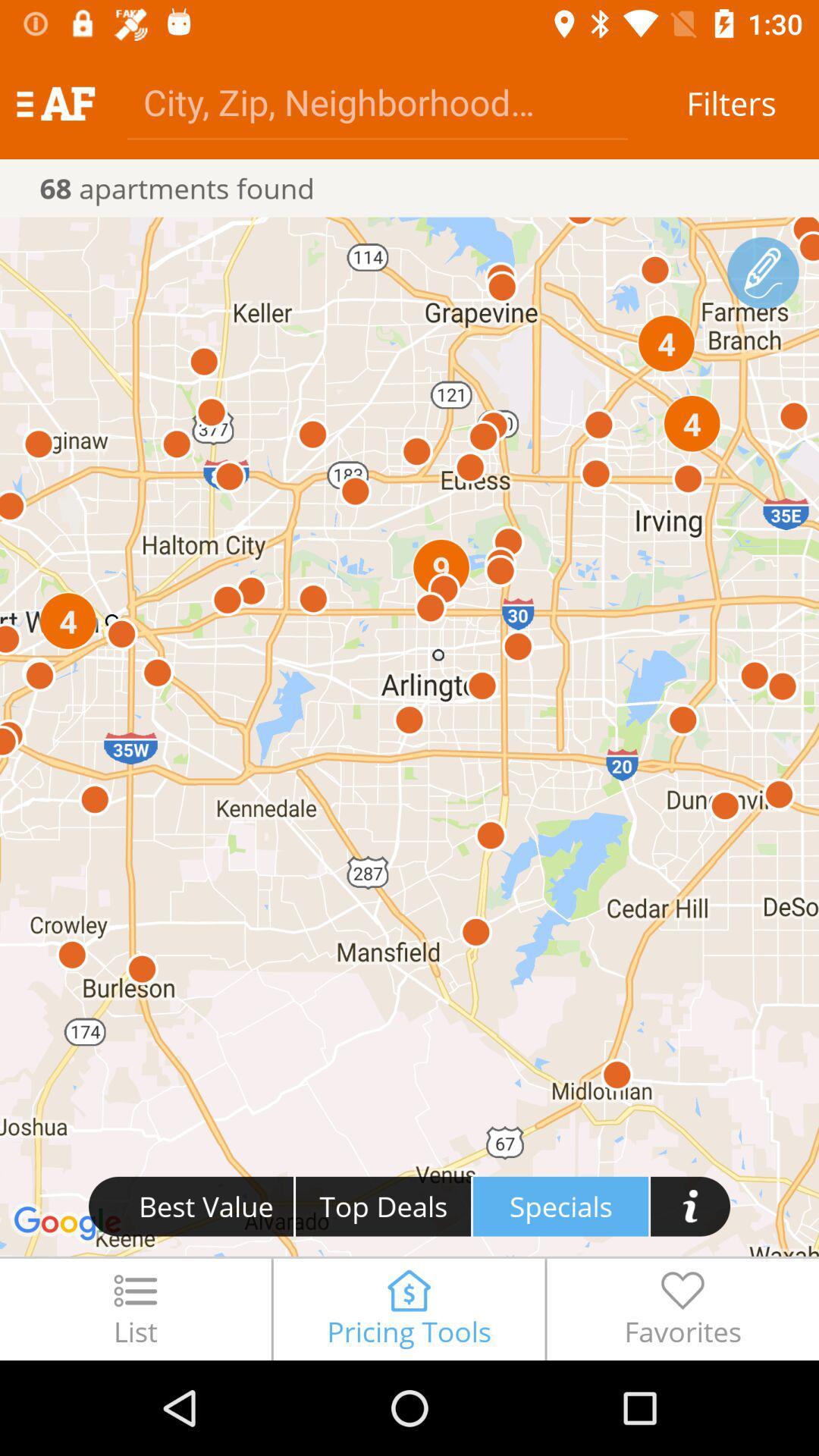 The width and height of the screenshot is (819, 1456). Describe the element at coordinates (763, 273) in the screenshot. I see `icon below the filters` at that location.